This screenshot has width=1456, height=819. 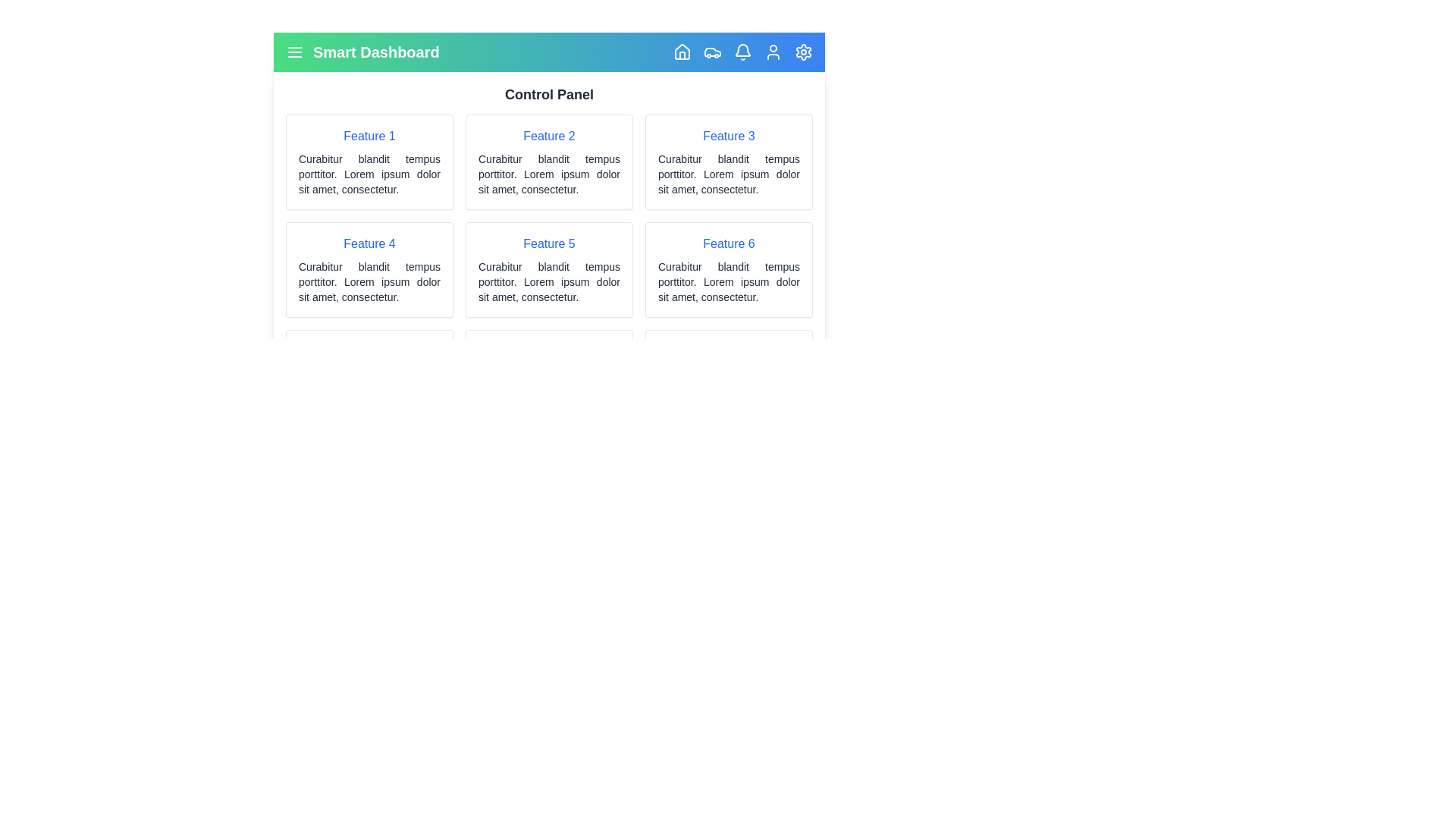 I want to click on the element with the class 'lucide-menu' to observe visual feedback, so click(x=294, y=52).